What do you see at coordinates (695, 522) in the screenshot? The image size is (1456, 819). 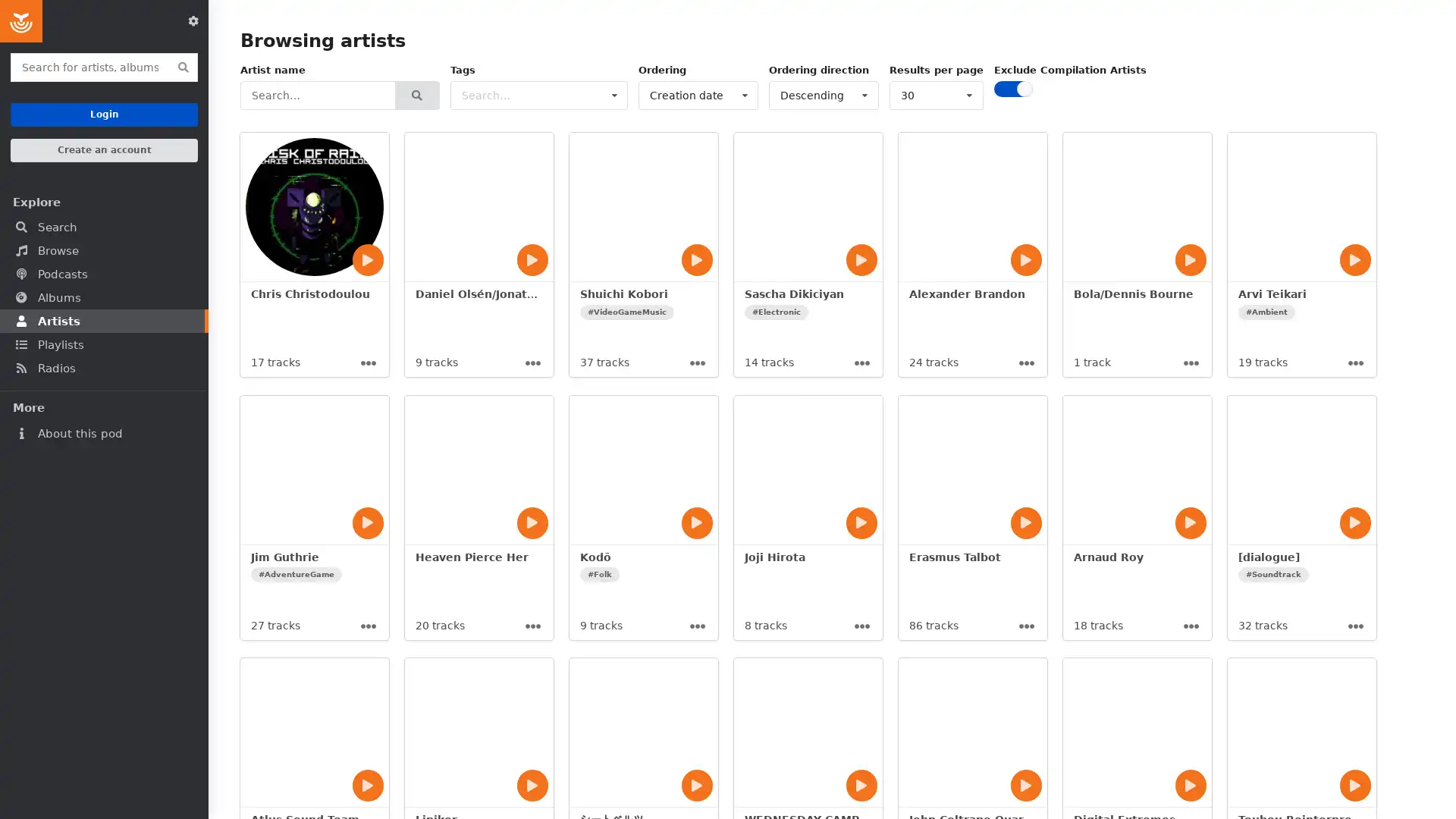 I see `Play artist` at bounding box center [695, 522].